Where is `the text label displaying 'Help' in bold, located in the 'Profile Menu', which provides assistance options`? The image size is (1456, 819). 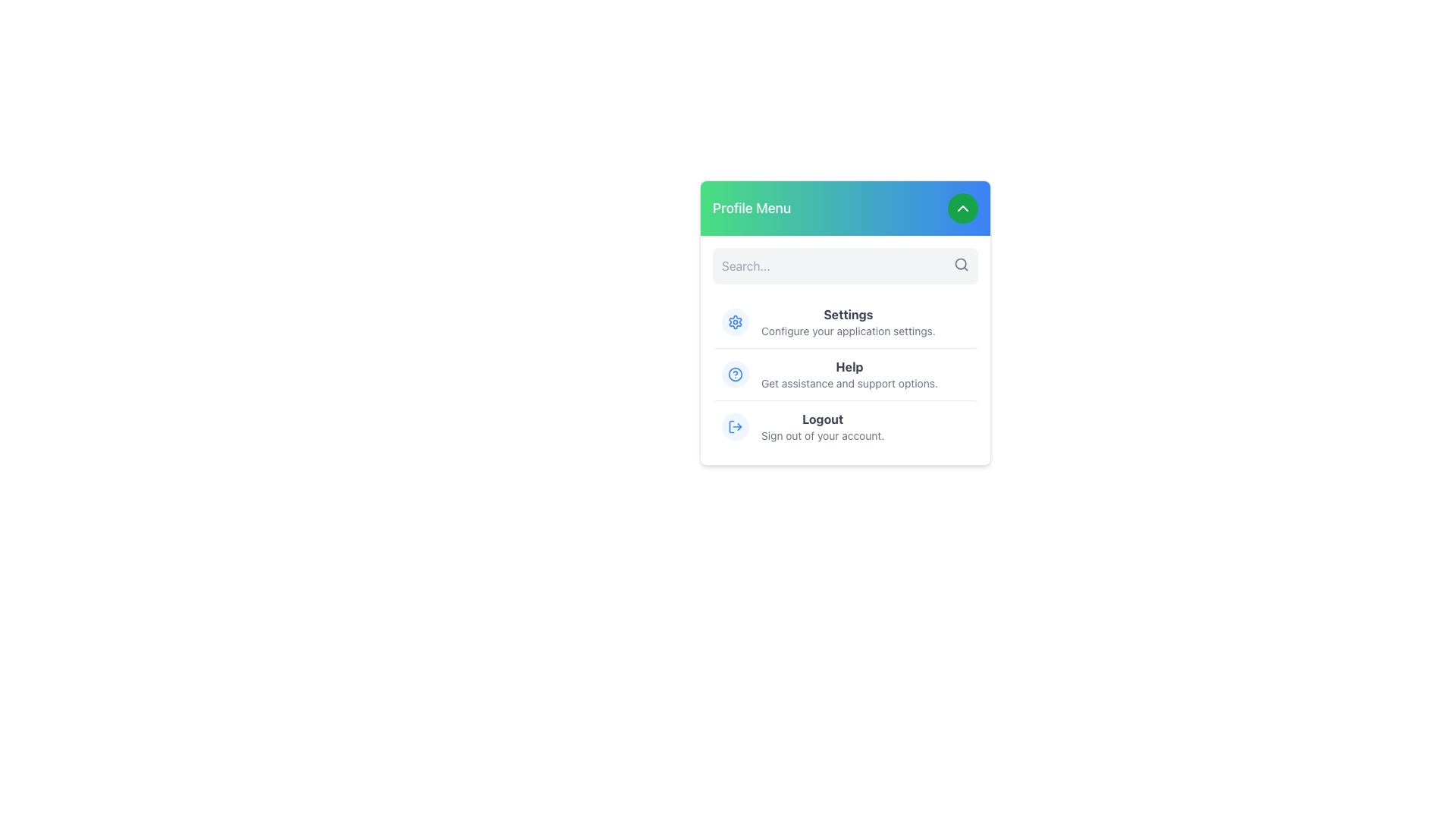 the text label displaying 'Help' in bold, located in the 'Profile Menu', which provides assistance options is located at coordinates (849, 374).